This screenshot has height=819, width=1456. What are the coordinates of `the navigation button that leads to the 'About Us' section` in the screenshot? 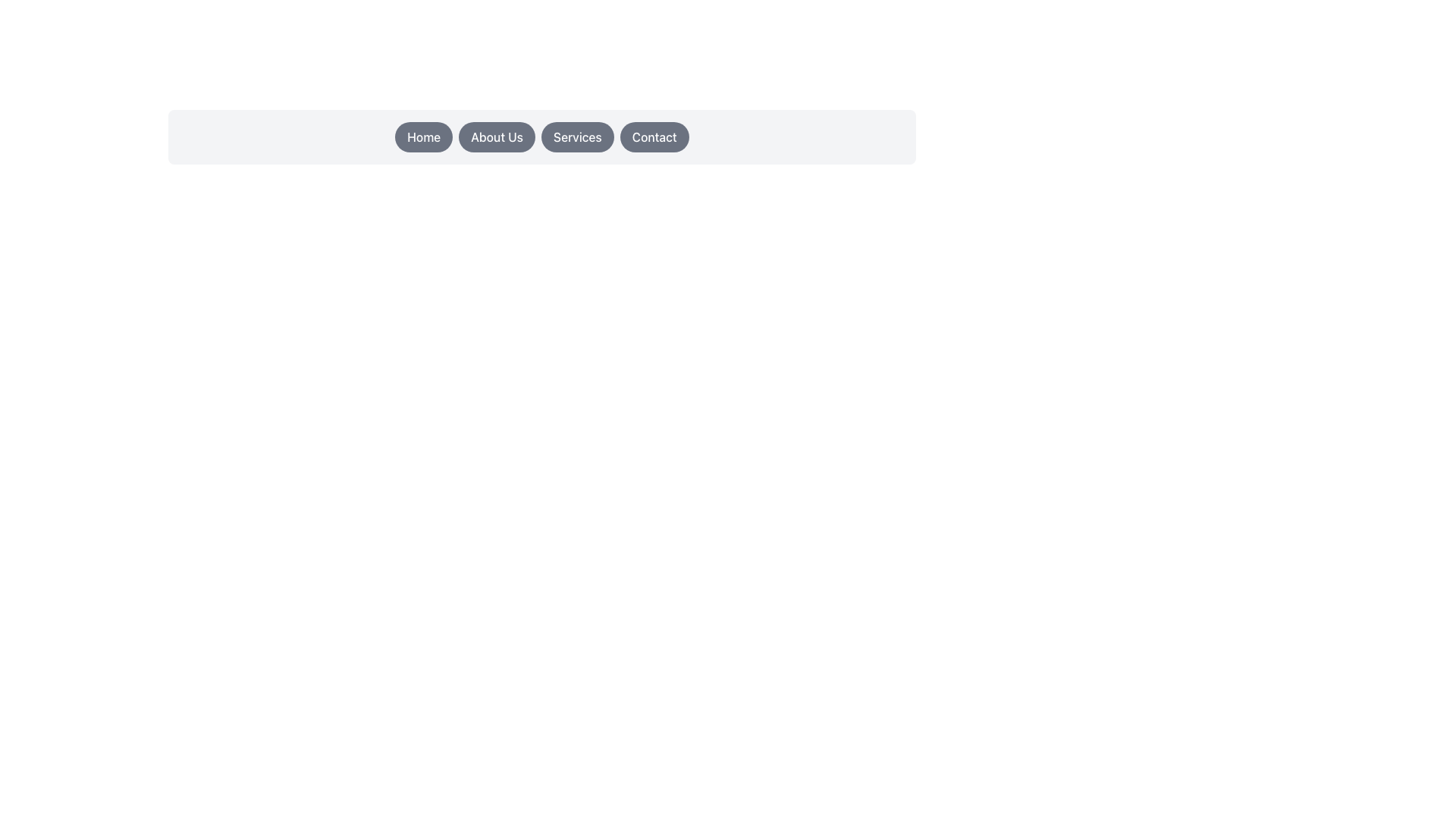 It's located at (497, 137).